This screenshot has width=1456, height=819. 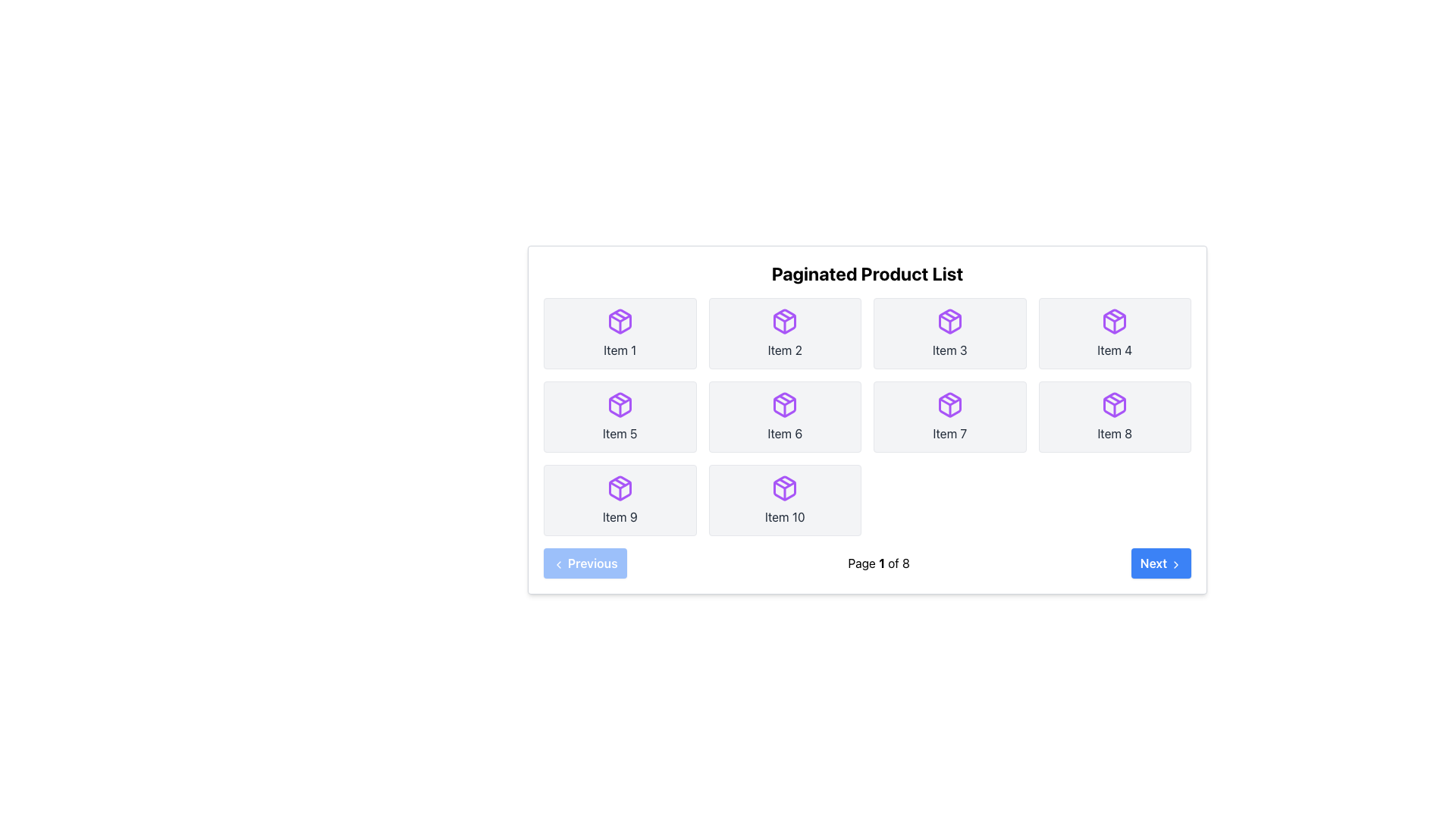 I want to click on the rightmost icon in the second row of the grid layout within the 'Paginated Product List', so click(x=1115, y=403).